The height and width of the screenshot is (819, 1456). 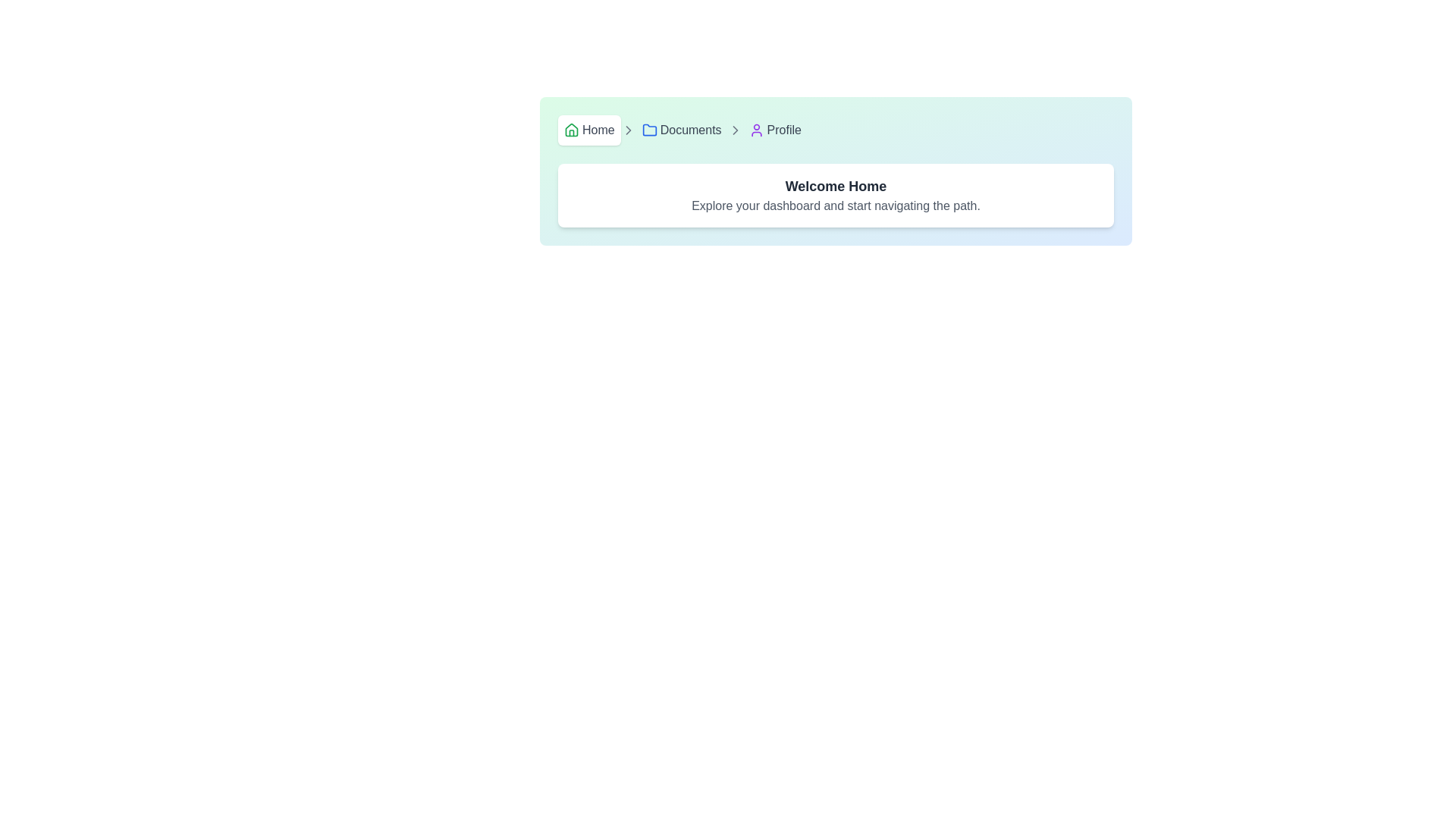 What do you see at coordinates (735, 130) in the screenshot?
I see `the right-facing chevron arrow icon in the breadcrumb navigation bar, located between 'Documents' and 'Profile'` at bounding box center [735, 130].